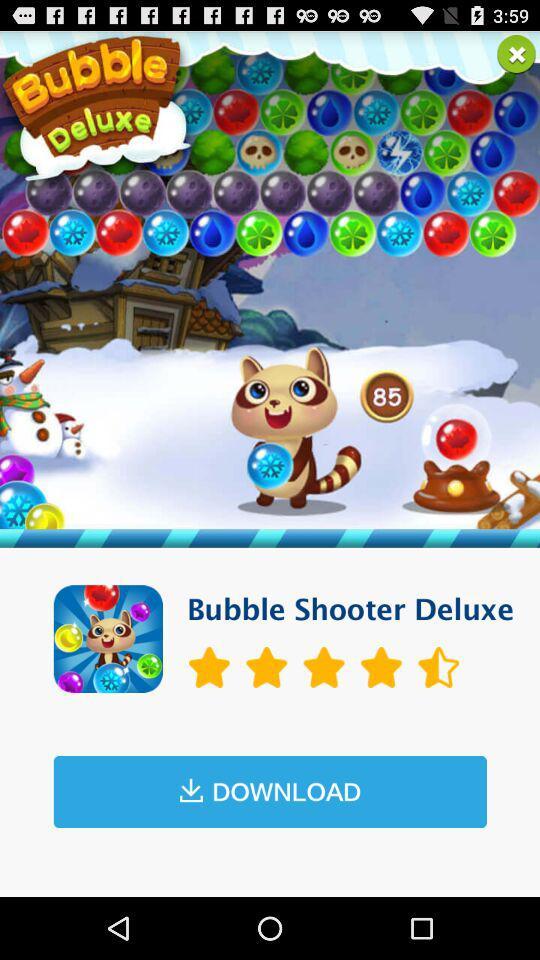 This screenshot has height=960, width=540. What do you see at coordinates (516, 53) in the screenshot?
I see `exit page` at bounding box center [516, 53].